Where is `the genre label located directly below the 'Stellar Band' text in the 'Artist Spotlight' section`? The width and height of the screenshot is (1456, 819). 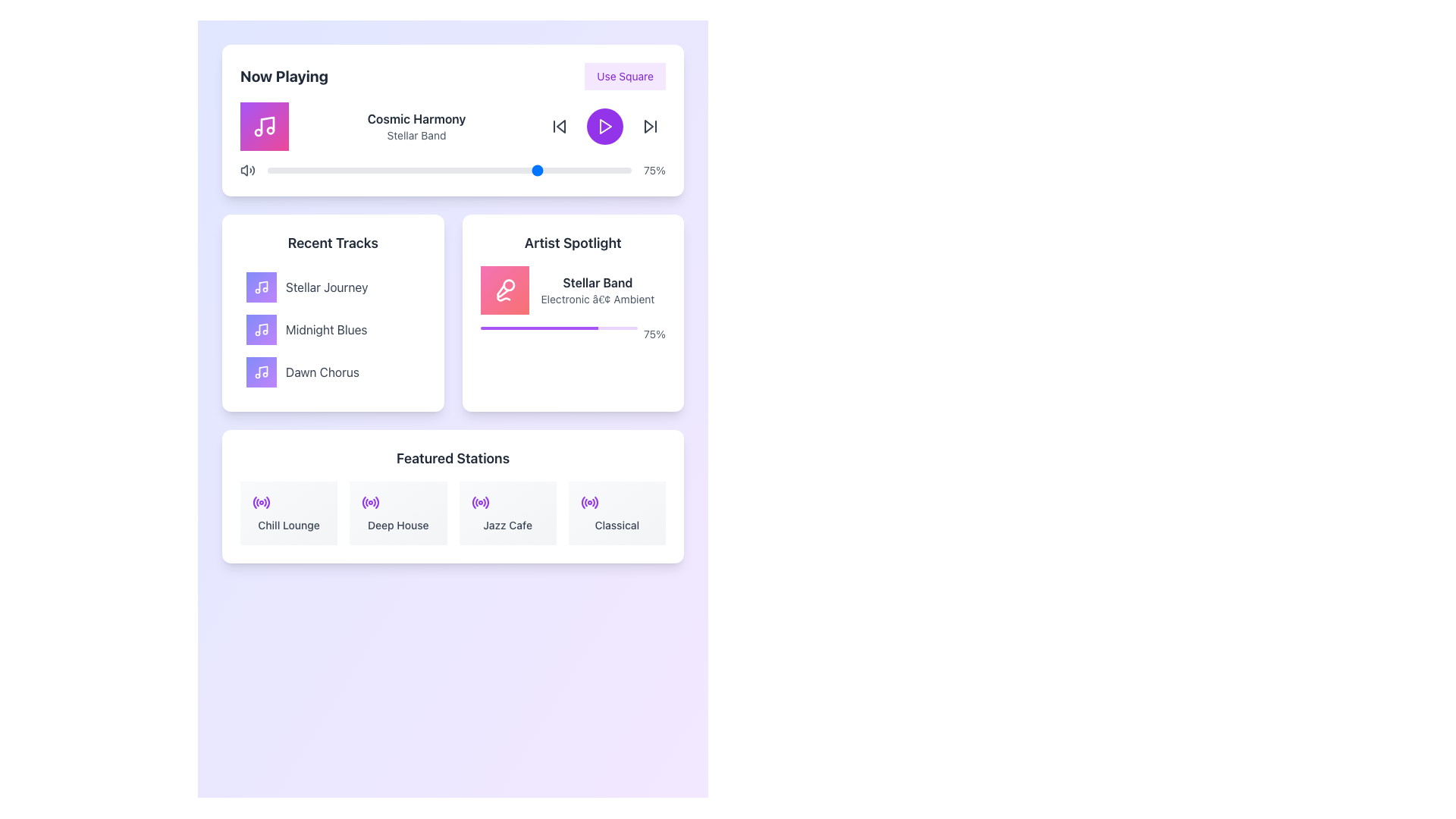 the genre label located directly below the 'Stellar Band' text in the 'Artist Spotlight' section is located at coordinates (597, 299).